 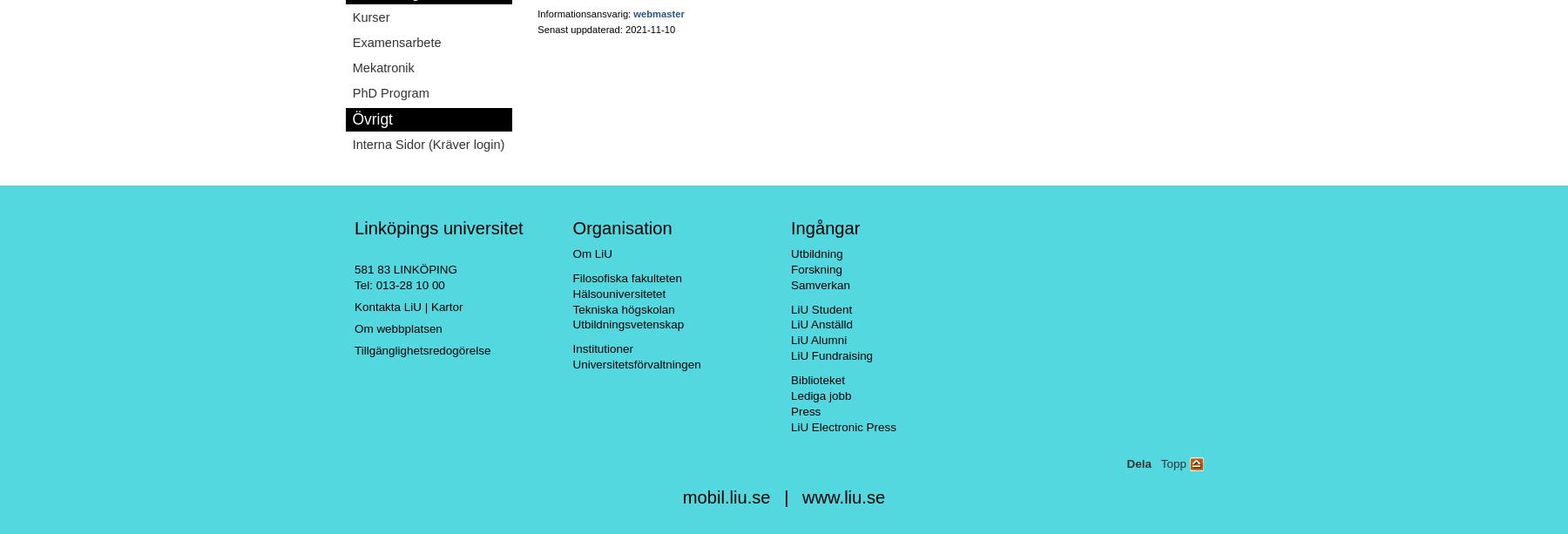 What do you see at coordinates (395, 42) in the screenshot?
I see `'Examensarbete'` at bounding box center [395, 42].